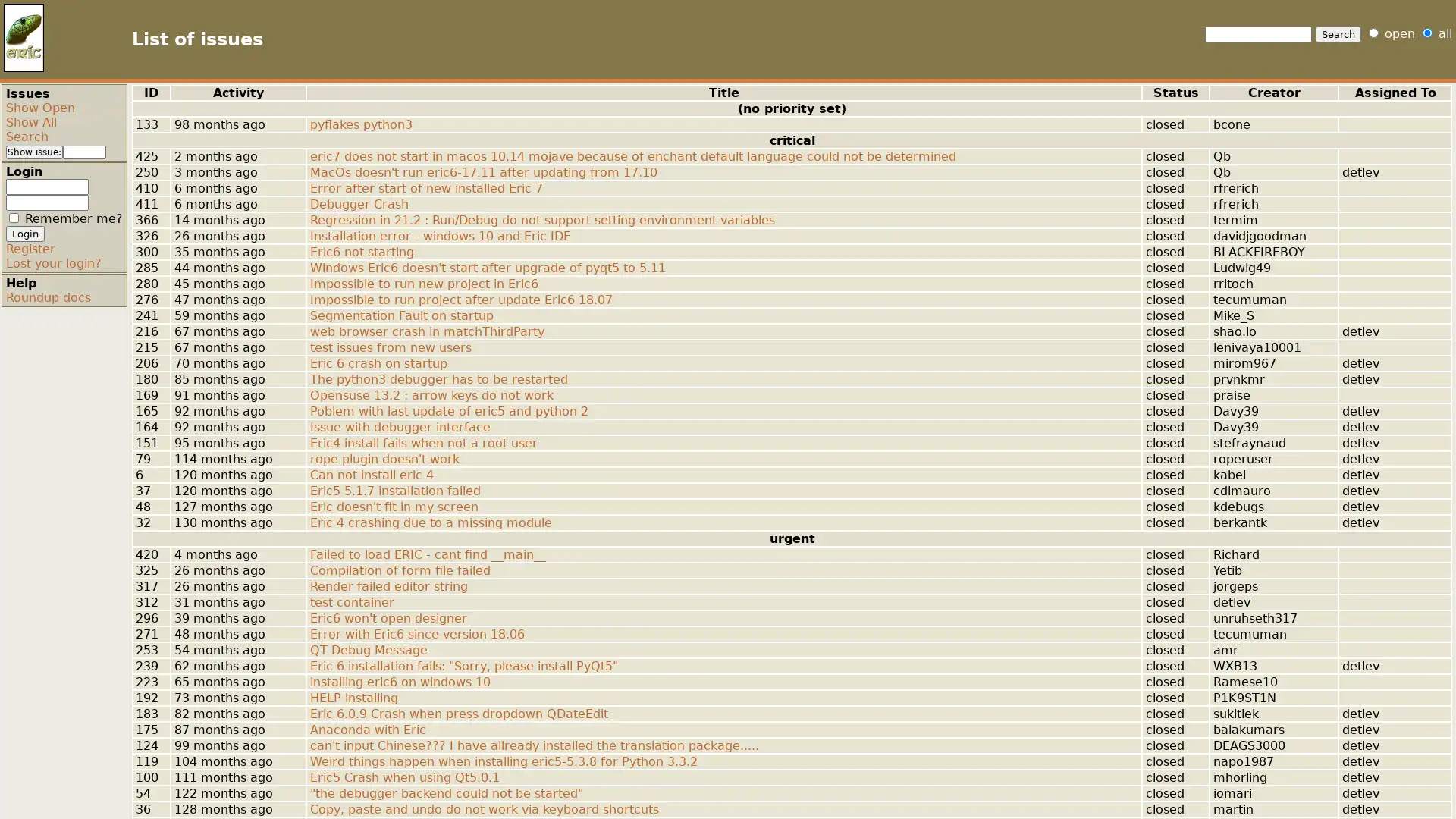 The width and height of the screenshot is (1456, 819). I want to click on Search, so click(1338, 34).